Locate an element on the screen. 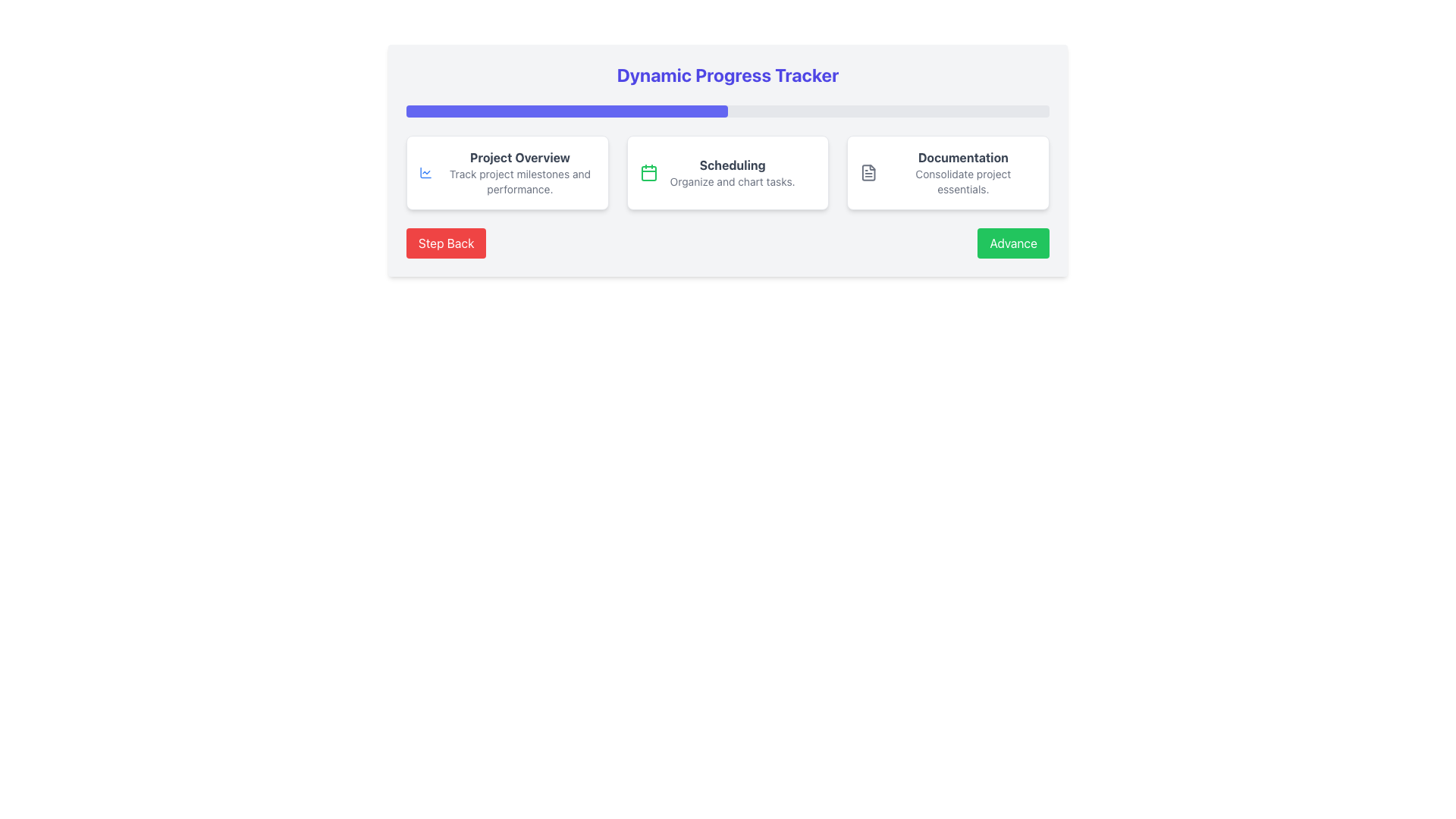 This screenshot has height=819, width=1456. the 'Advance' button, which is a rectangular button with a green background and rounded corners is located at coordinates (1013, 242).